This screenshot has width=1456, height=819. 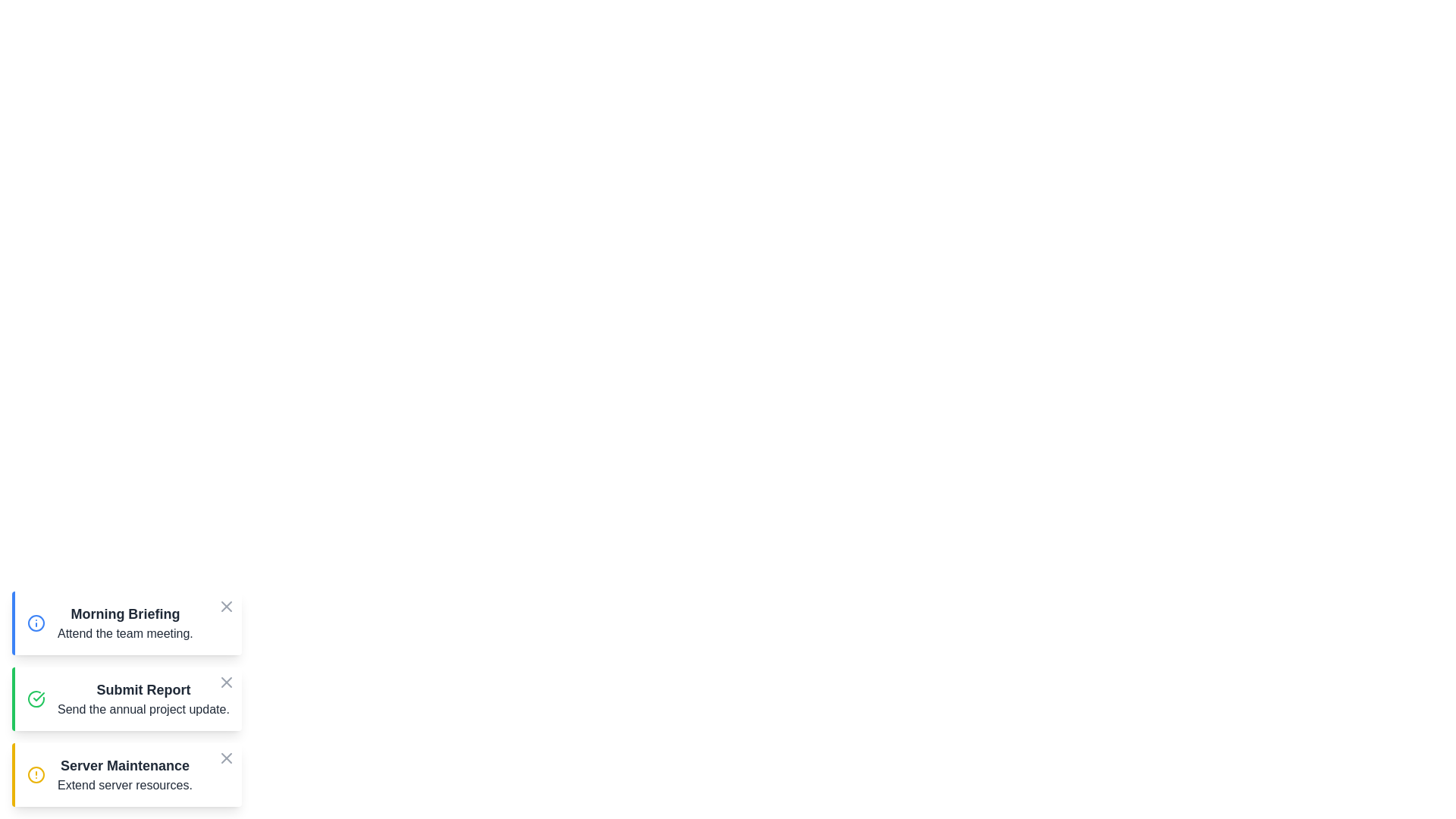 What do you see at coordinates (125, 623) in the screenshot?
I see `the 'Morning Briefing' card within the list` at bounding box center [125, 623].